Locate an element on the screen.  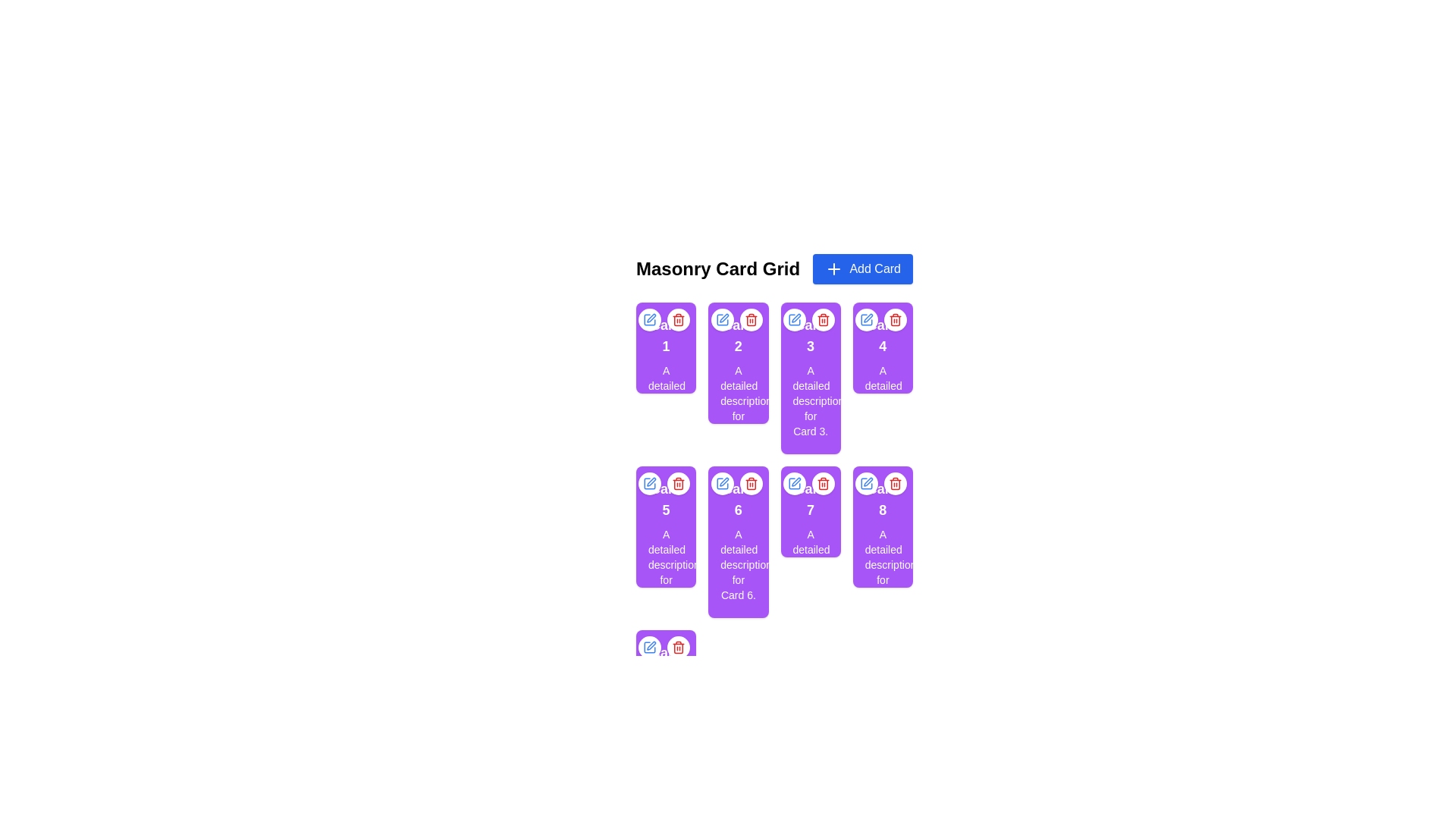
the delete icon (trash bin symbol in red) located at the top-right corner of the first card labeled 'Card 1' in a grid layout of purple cards is located at coordinates (664, 318).